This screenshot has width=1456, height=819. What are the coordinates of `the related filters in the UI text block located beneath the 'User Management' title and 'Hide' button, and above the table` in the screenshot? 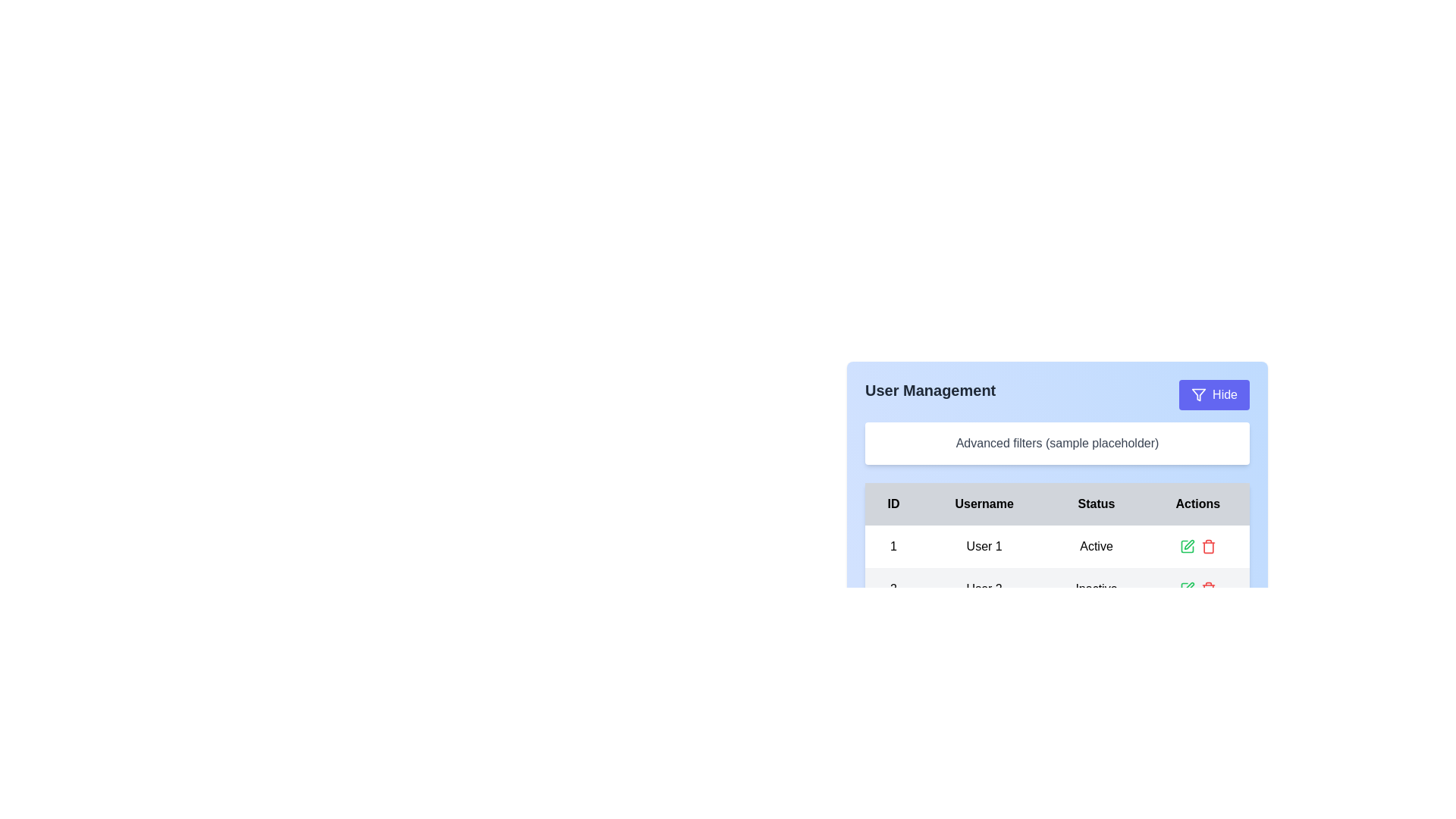 It's located at (1056, 444).